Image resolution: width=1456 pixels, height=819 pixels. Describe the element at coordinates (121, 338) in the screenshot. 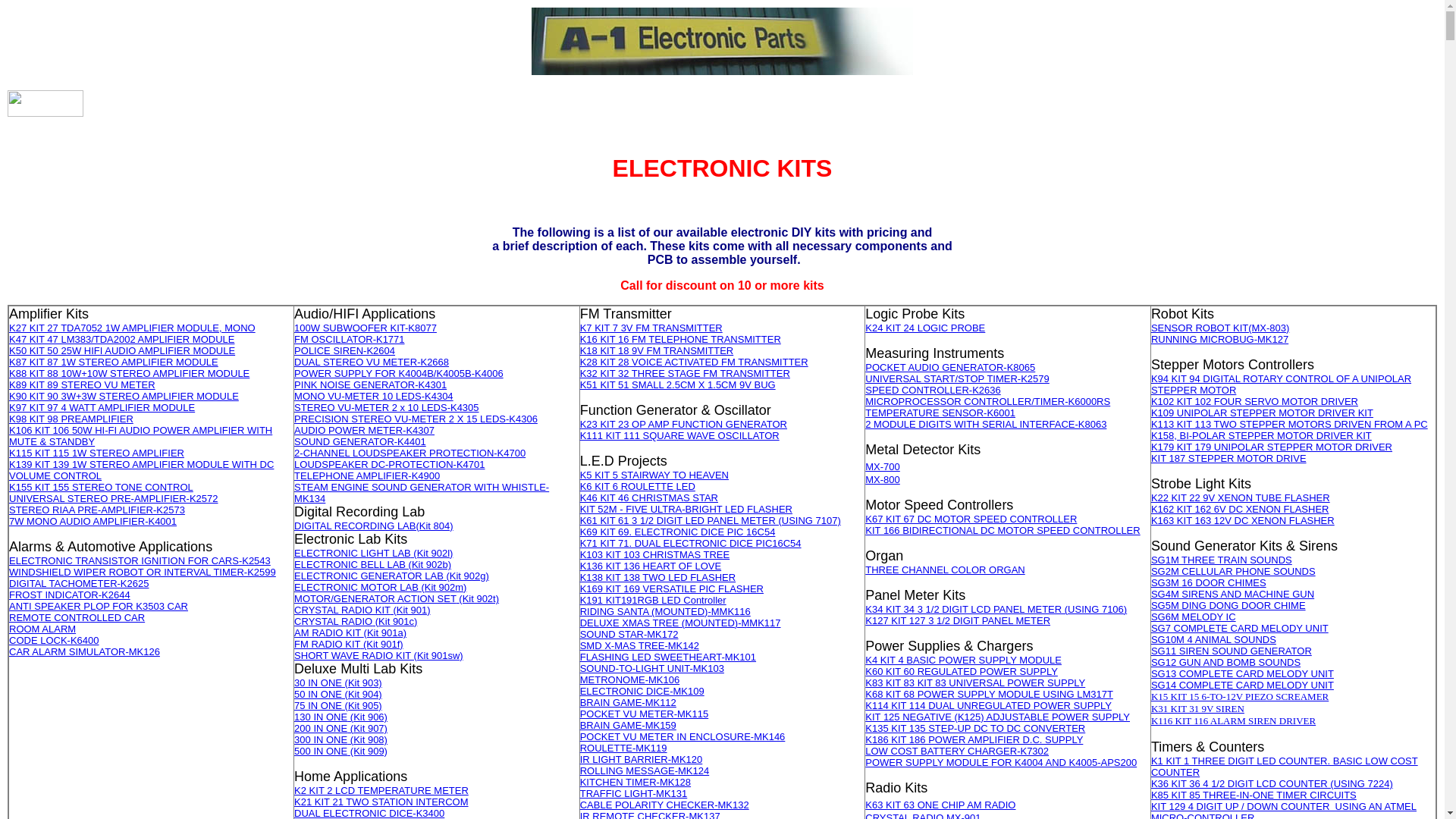

I see `'K47 KIT 47 LM383/TDA2002 AMPLIFIER MODULE'` at that location.